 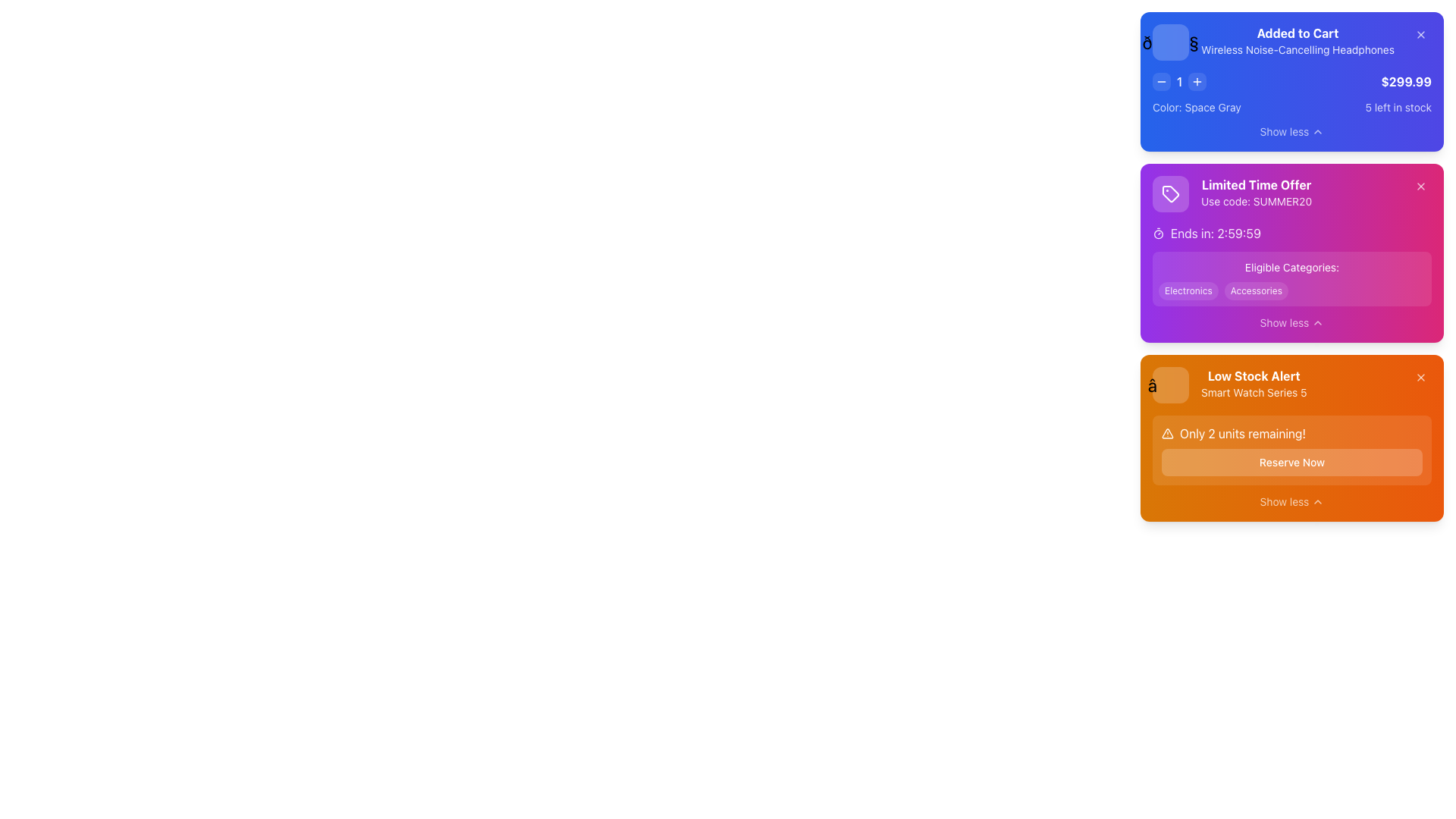 What do you see at coordinates (1420, 376) in the screenshot?
I see `the close button located in the top-right corner of the 'Low Stock Alert' pane` at bounding box center [1420, 376].